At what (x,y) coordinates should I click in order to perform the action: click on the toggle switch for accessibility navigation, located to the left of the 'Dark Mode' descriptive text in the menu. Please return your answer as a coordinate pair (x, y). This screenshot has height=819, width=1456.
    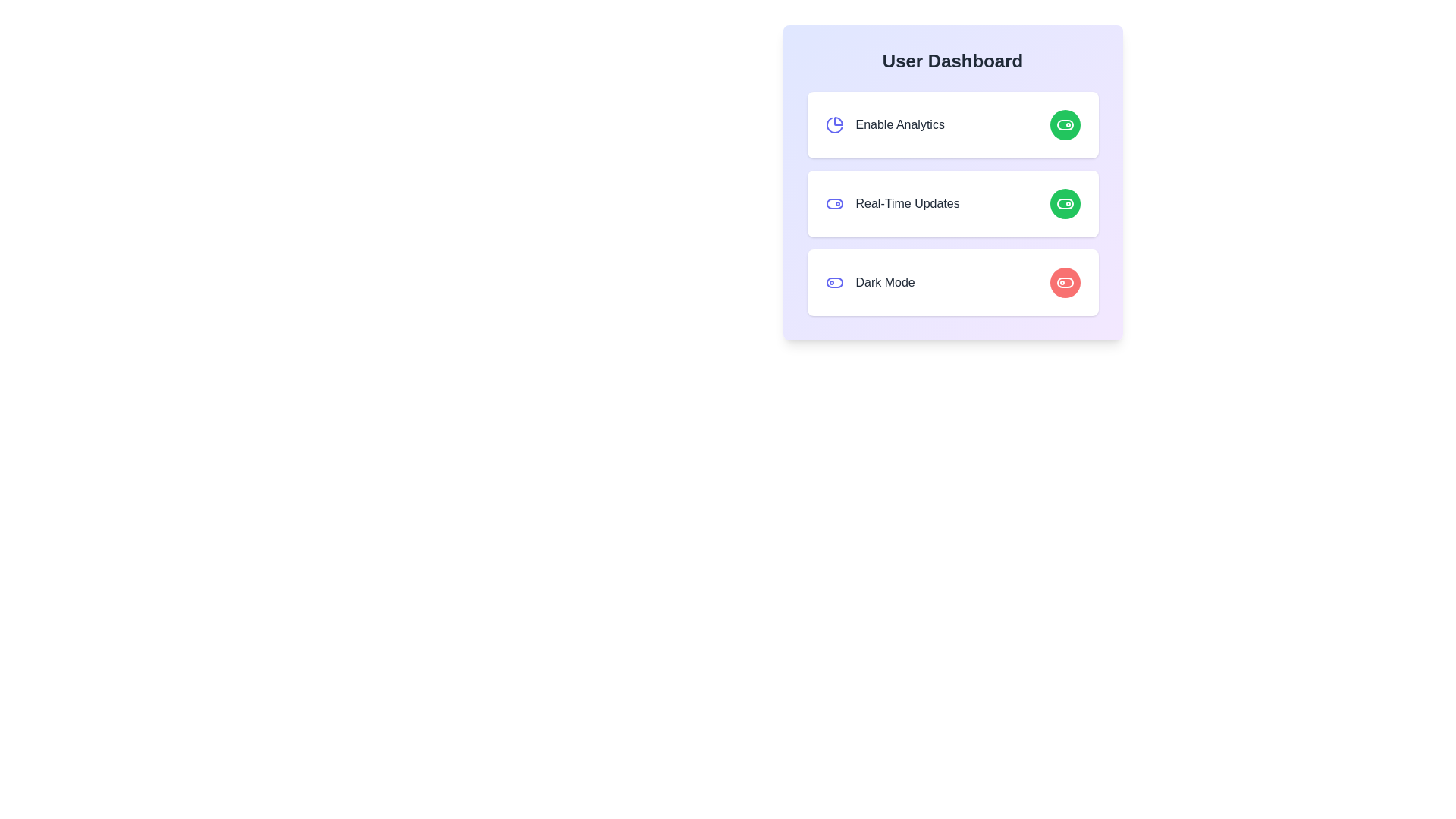
    Looking at the image, I should click on (833, 283).